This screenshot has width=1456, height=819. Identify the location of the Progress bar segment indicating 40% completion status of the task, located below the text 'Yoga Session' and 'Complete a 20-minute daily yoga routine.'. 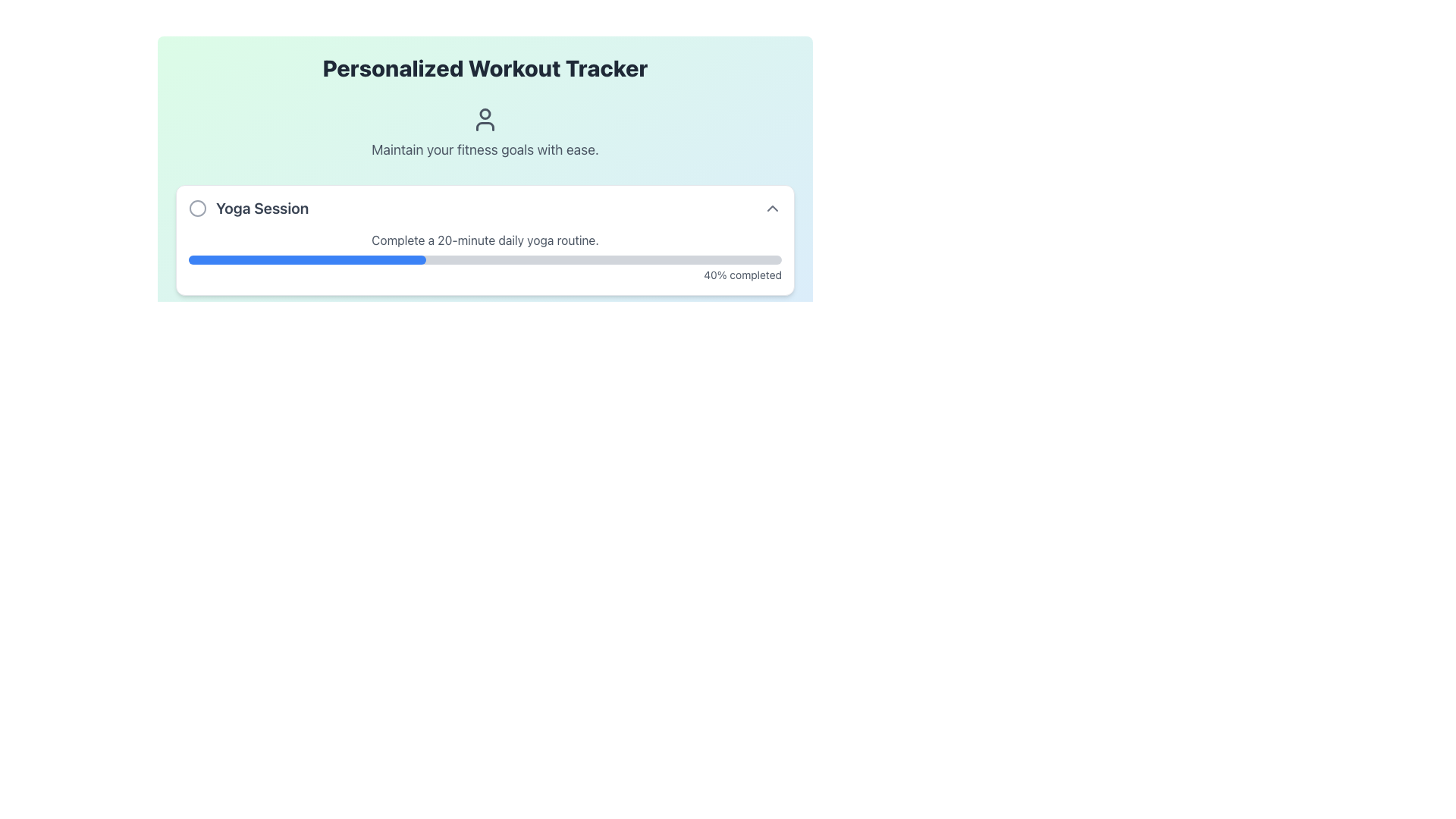
(306, 259).